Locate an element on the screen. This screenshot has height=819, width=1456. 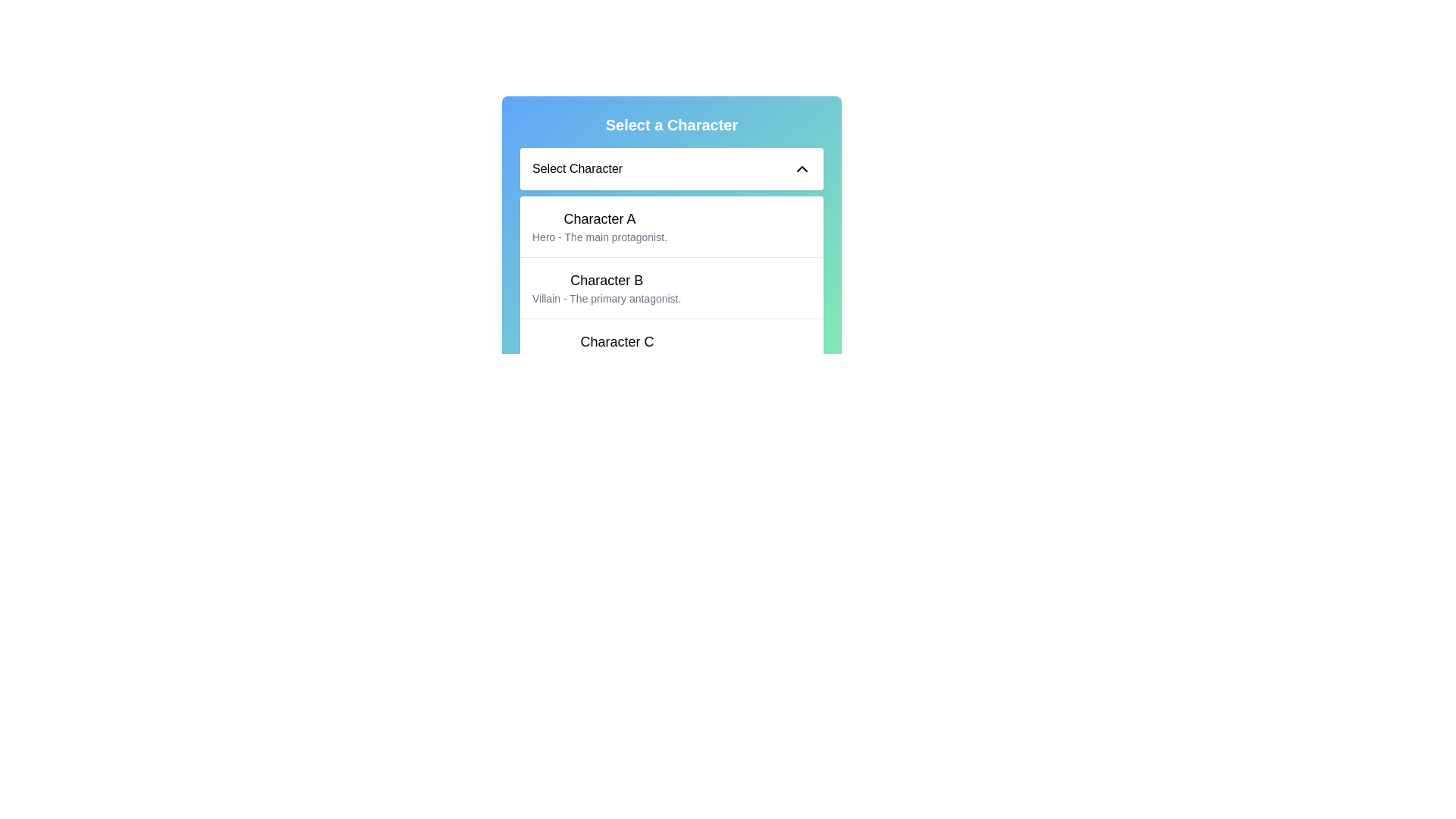
the first selectable list item titled 'Character A' with the description 'Hero - The main protagonist.' is located at coordinates (599, 227).